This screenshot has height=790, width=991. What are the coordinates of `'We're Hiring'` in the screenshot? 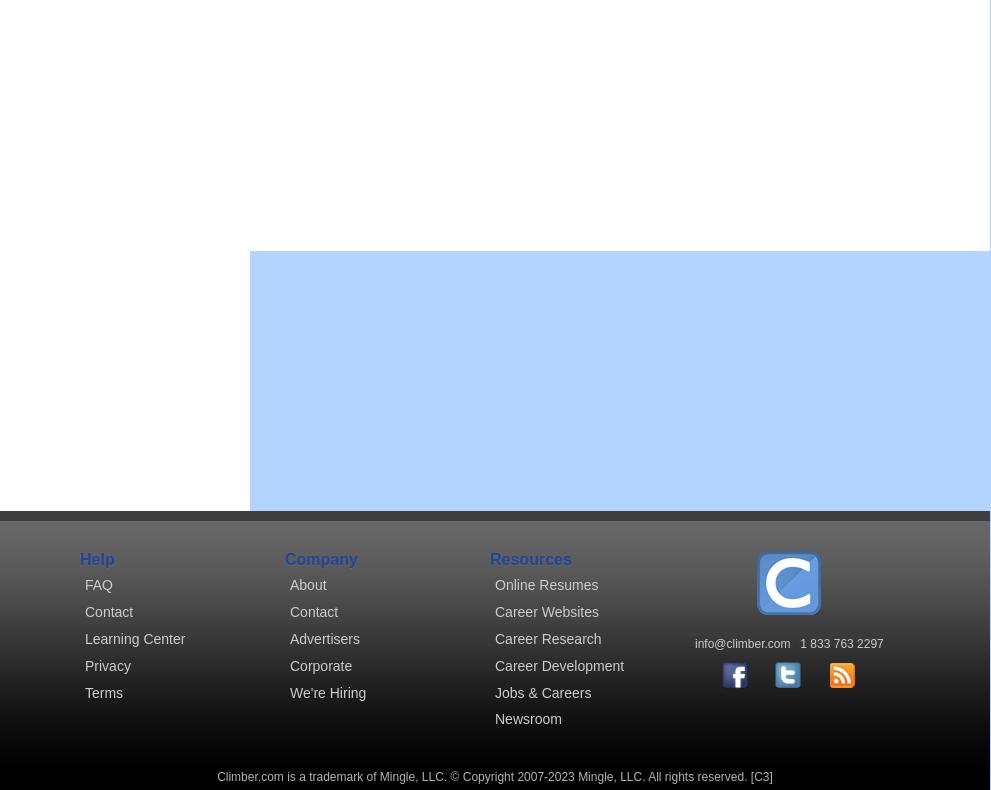 It's located at (328, 690).